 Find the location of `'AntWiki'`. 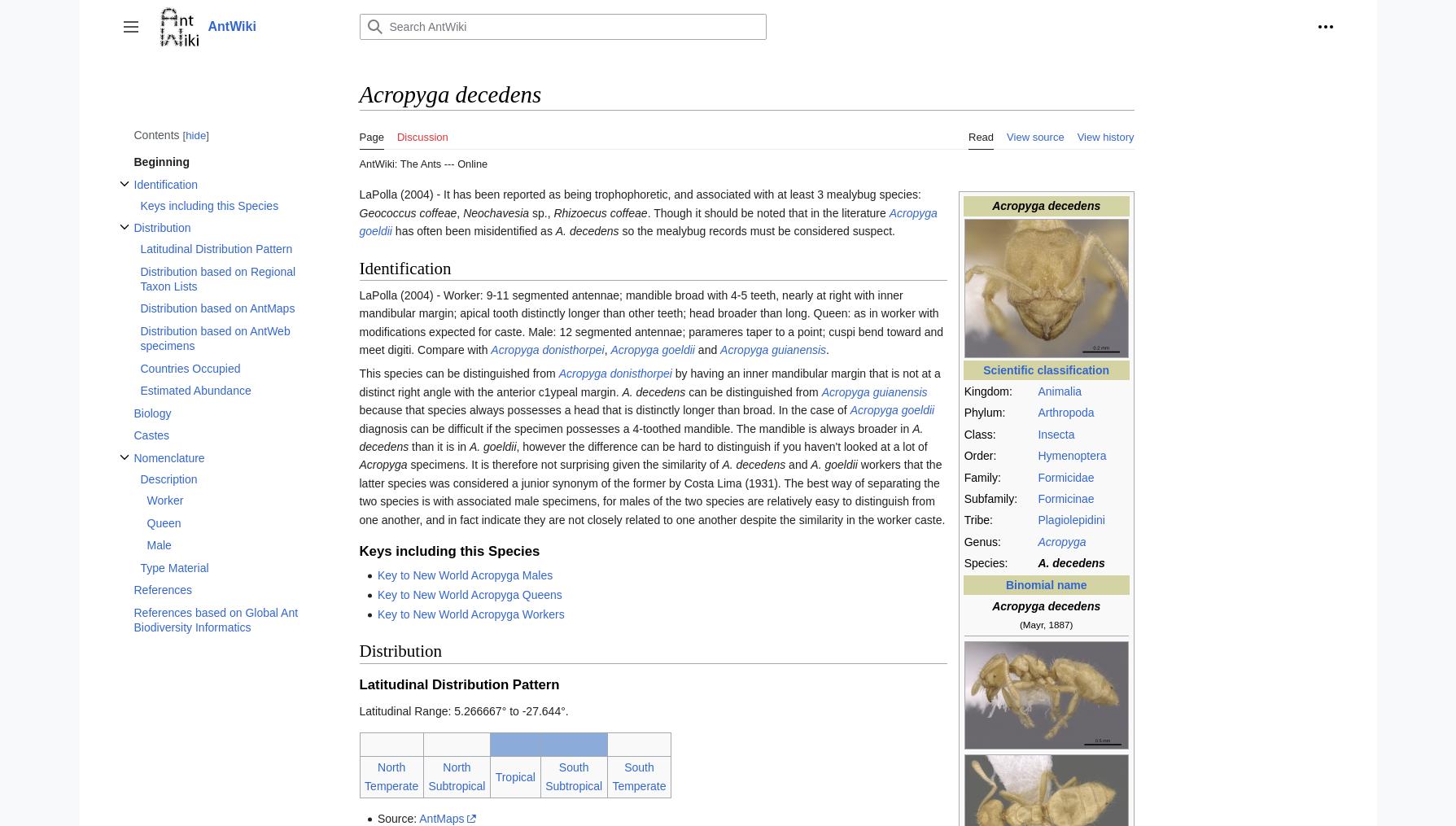

'AntWiki' is located at coordinates (207, 25).